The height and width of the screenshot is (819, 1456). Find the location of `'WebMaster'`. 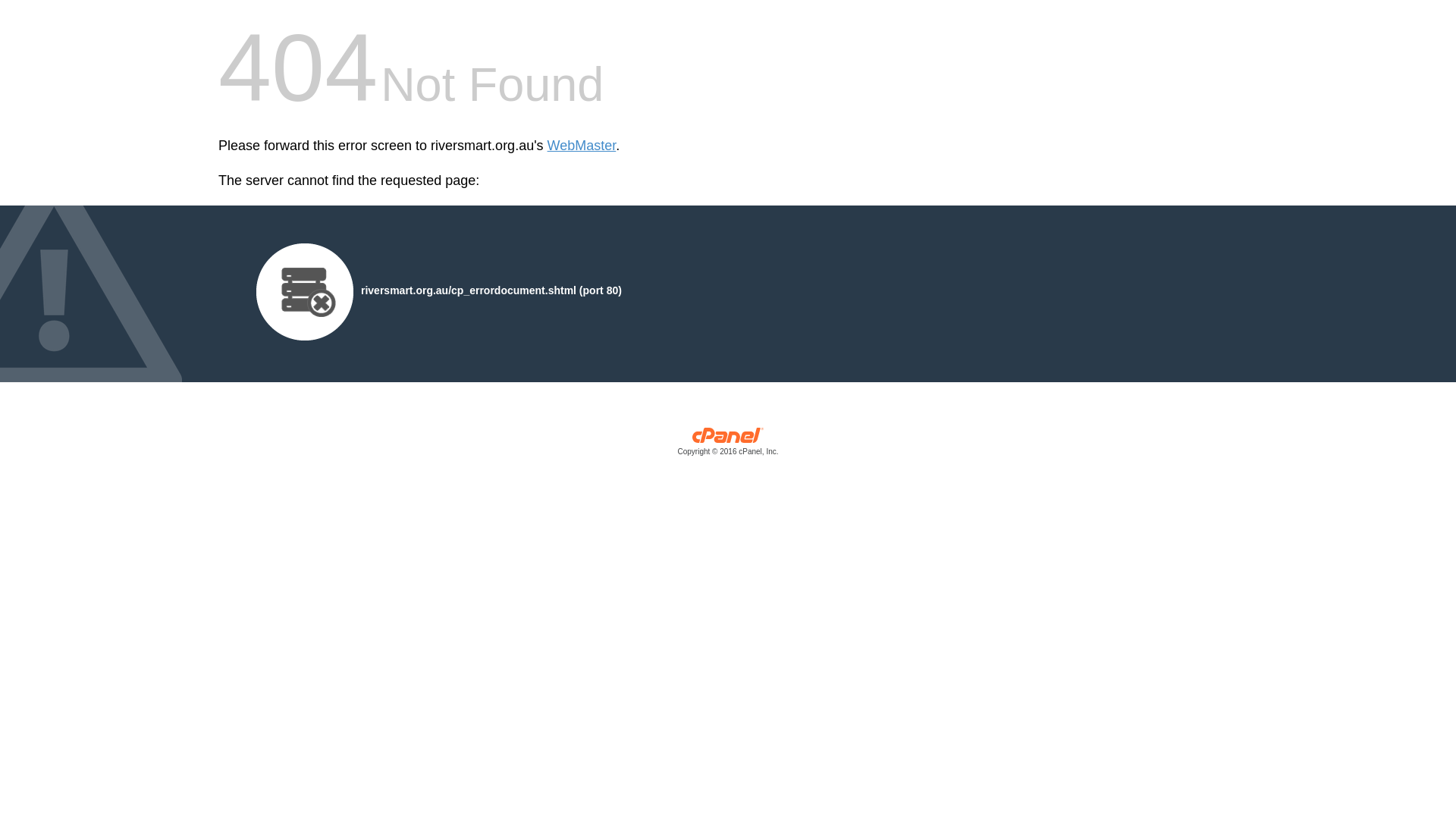

'WebMaster' is located at coordinates (581, 146).